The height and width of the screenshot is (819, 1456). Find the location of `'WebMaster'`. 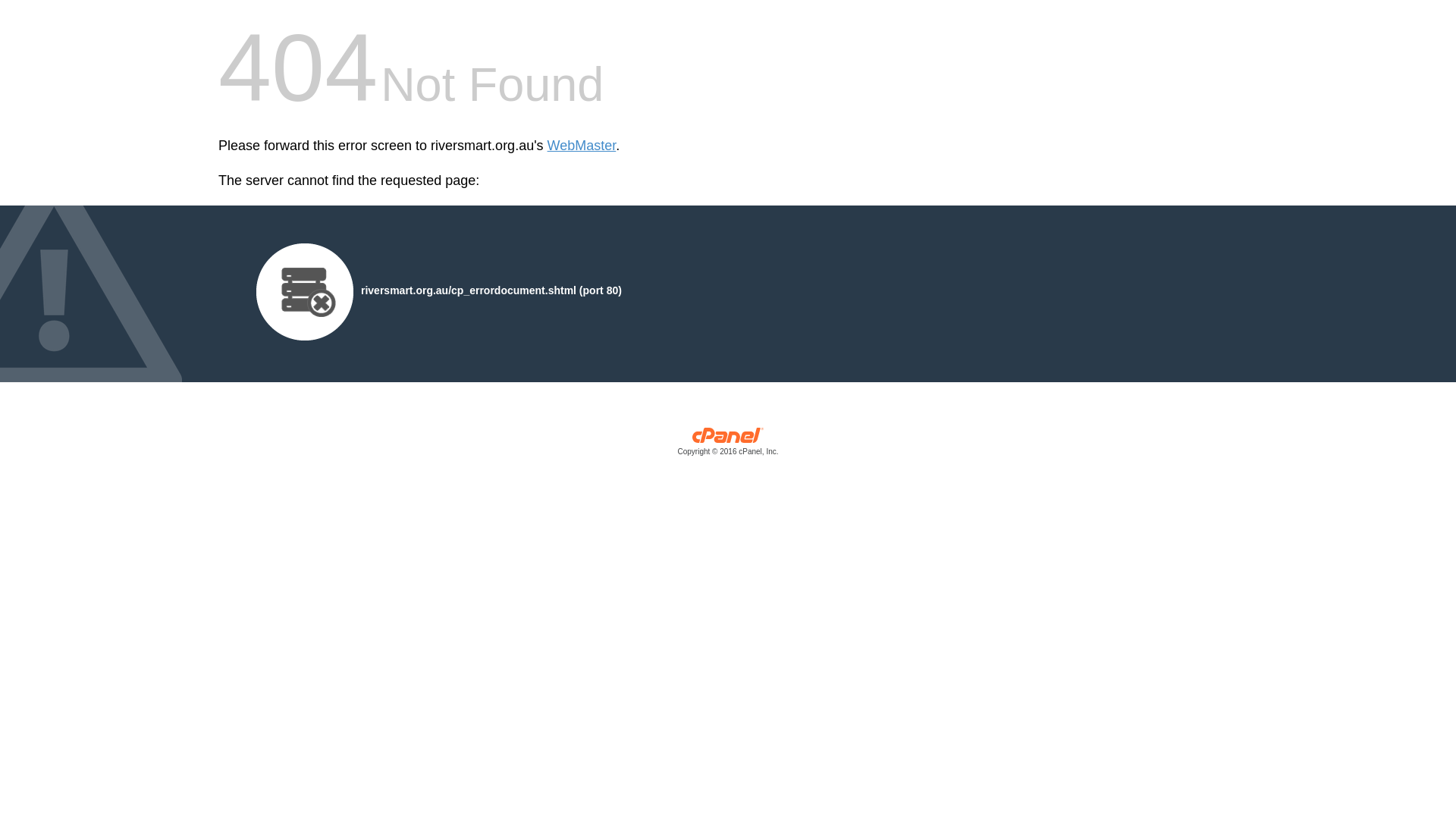

'WebMaster' is located at coordinates (581, 146).